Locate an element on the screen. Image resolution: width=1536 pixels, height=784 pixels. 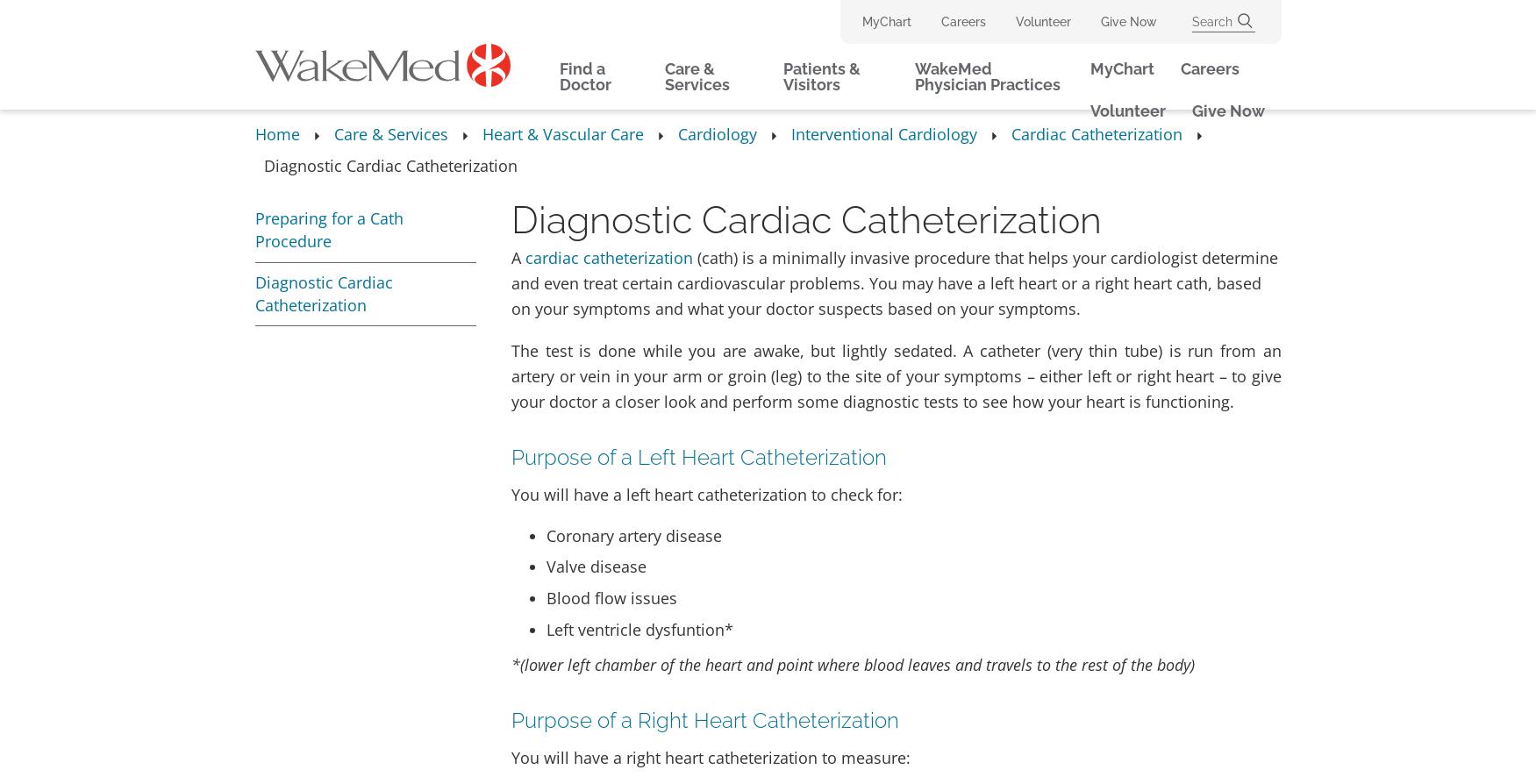
'Purpose of a Left Heart Catheterization' is located at coordinates (698, 456).